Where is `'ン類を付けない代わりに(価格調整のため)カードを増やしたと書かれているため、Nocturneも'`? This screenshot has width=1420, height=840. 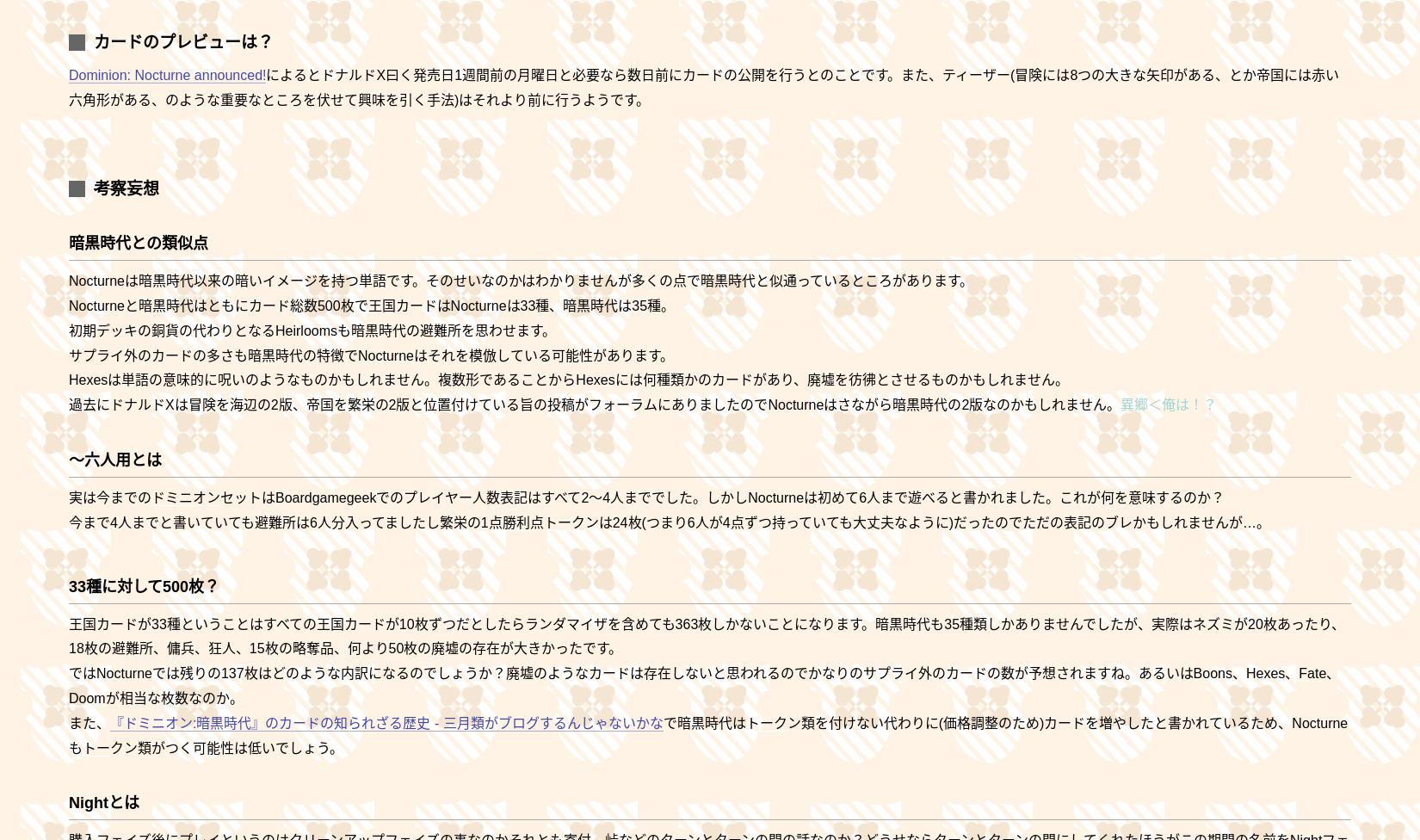
'ン類を付けない代わりに(価格調整のため)カードを増やしたと書かれているため、Nocturneも' is located at coordinates (707, 735).